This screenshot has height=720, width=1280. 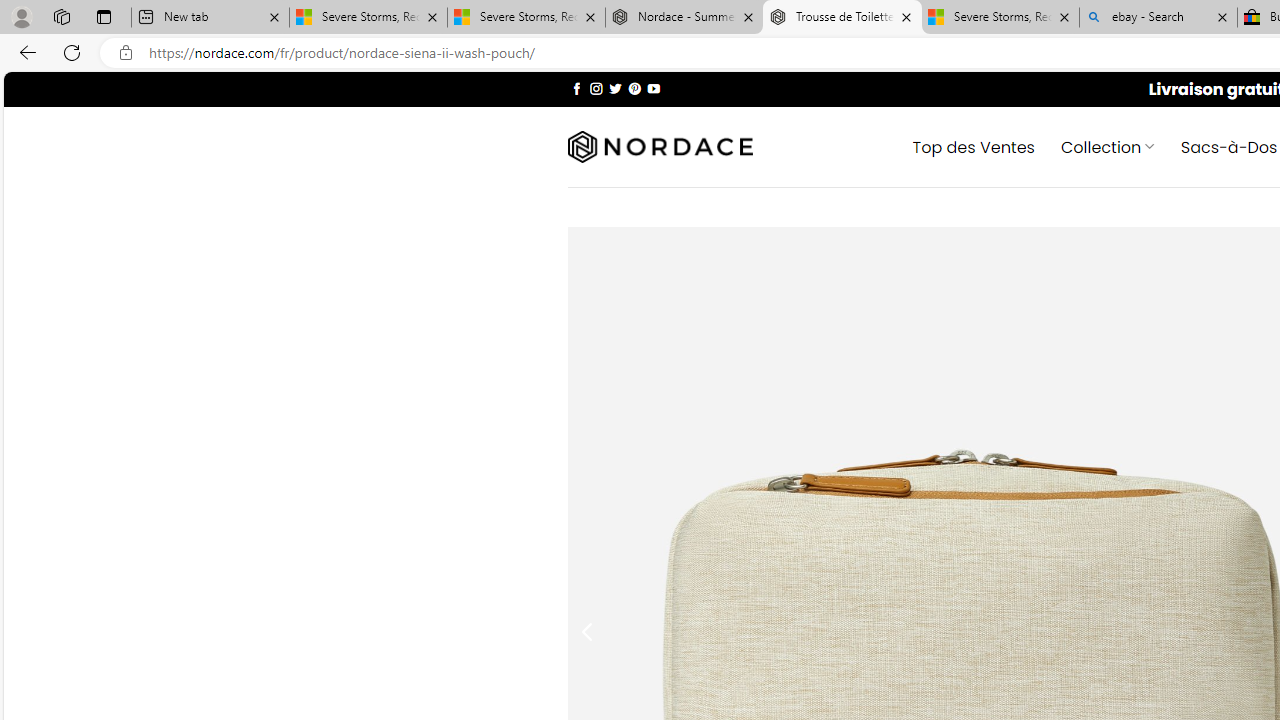 I want to click on 'Nous suivre sur Twitter', so click(x=614, y=87).